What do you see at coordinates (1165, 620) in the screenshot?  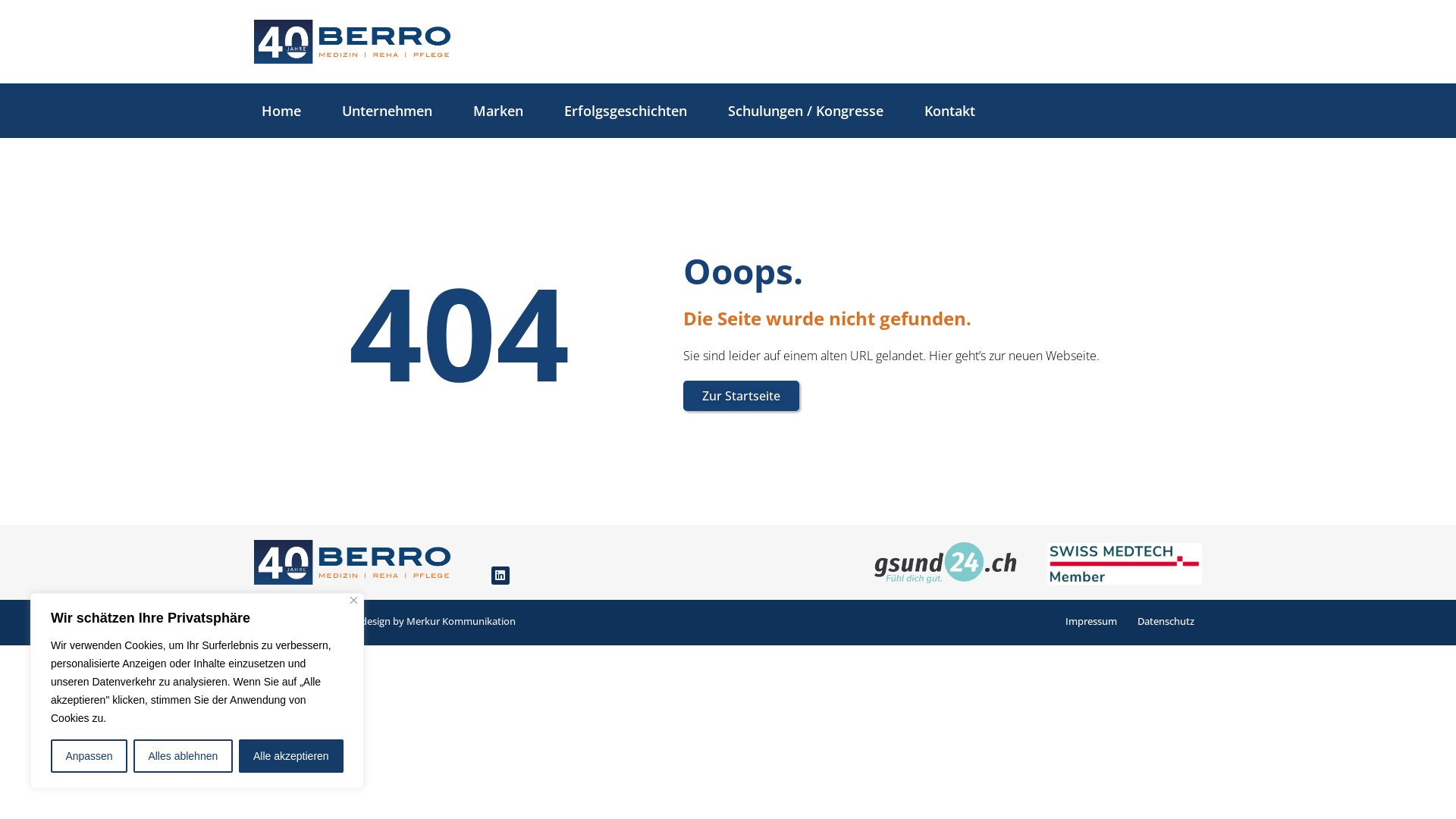 I see `'Datenschutz'` at bounding box center [1165, 620].